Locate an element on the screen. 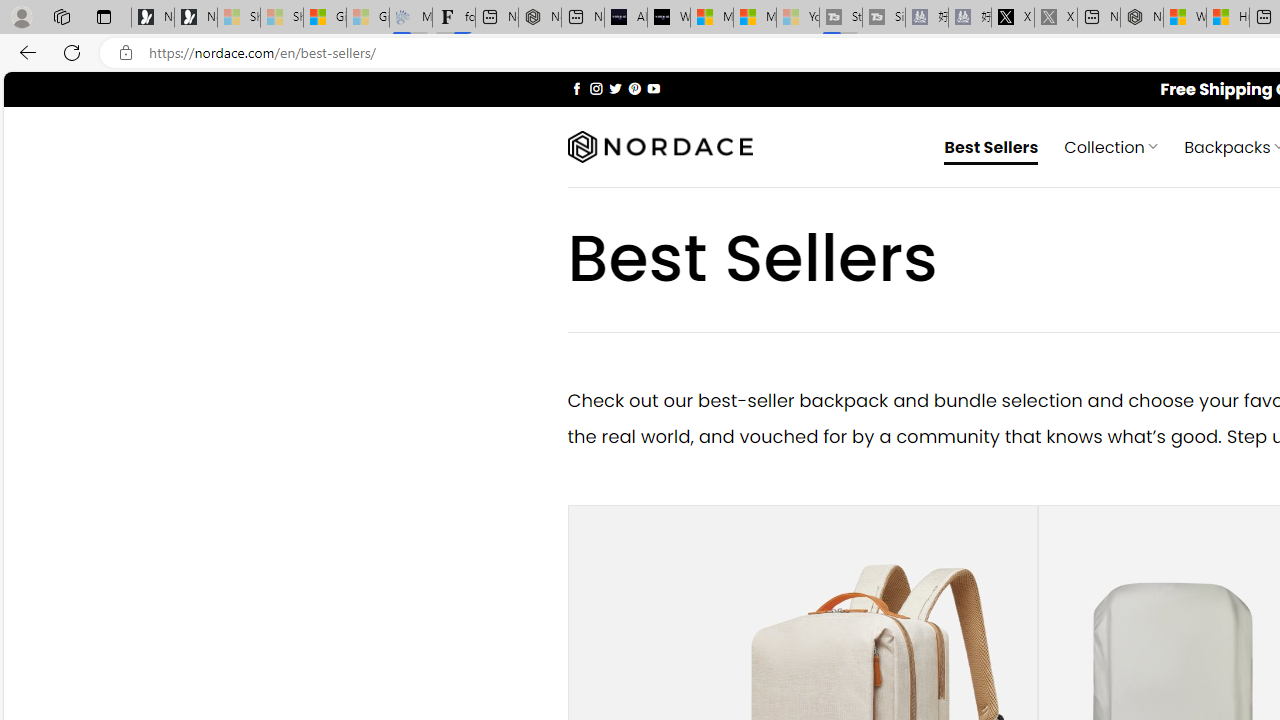  'Follow on YouTube' is located at coordinates (653, 87).